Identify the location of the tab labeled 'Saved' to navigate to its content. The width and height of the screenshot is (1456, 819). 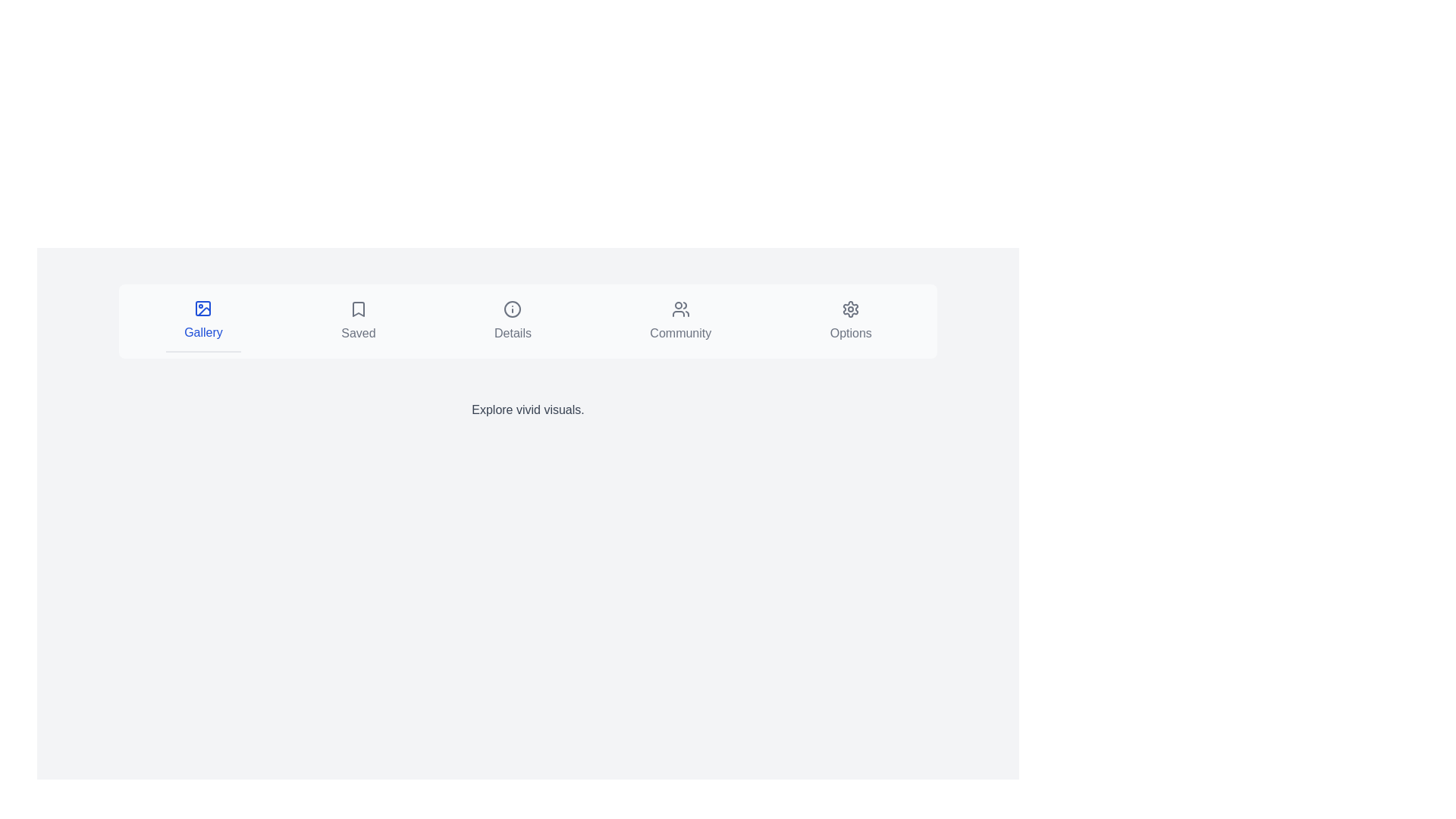
(357, 321).